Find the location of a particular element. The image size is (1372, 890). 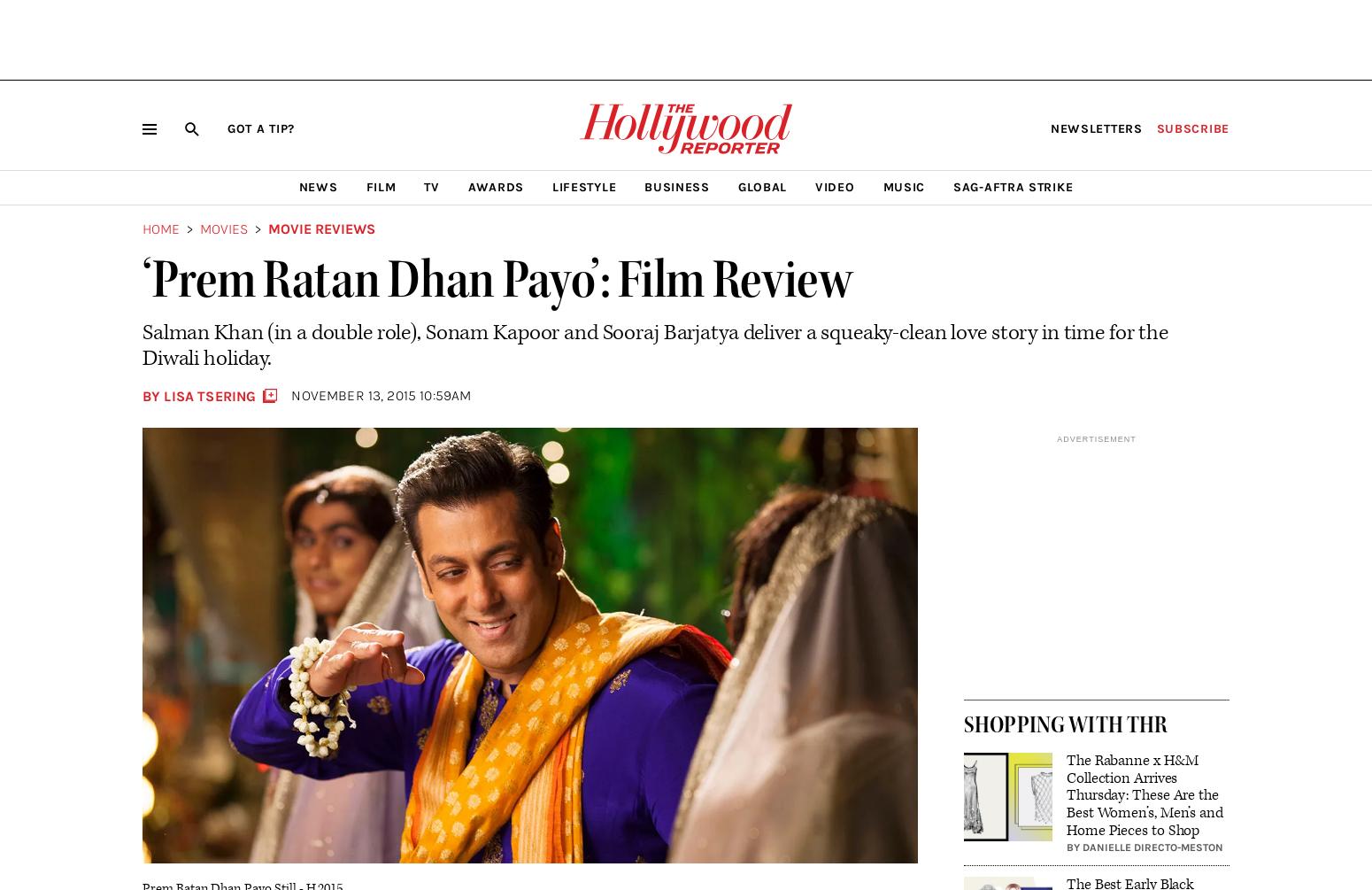

'Lifestyle' is located at coordinates (550, 186).